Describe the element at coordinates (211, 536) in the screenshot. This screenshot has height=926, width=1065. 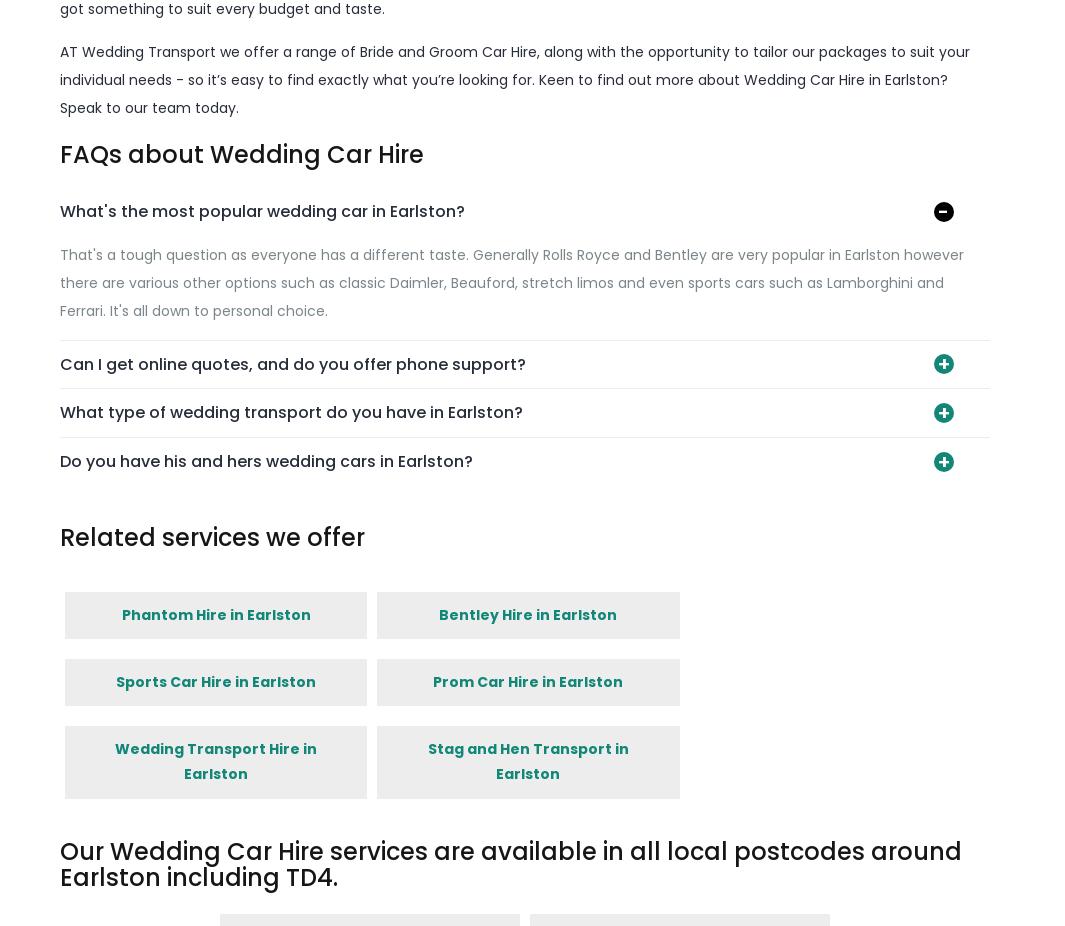
I see `'Related services we offer'` at that location.